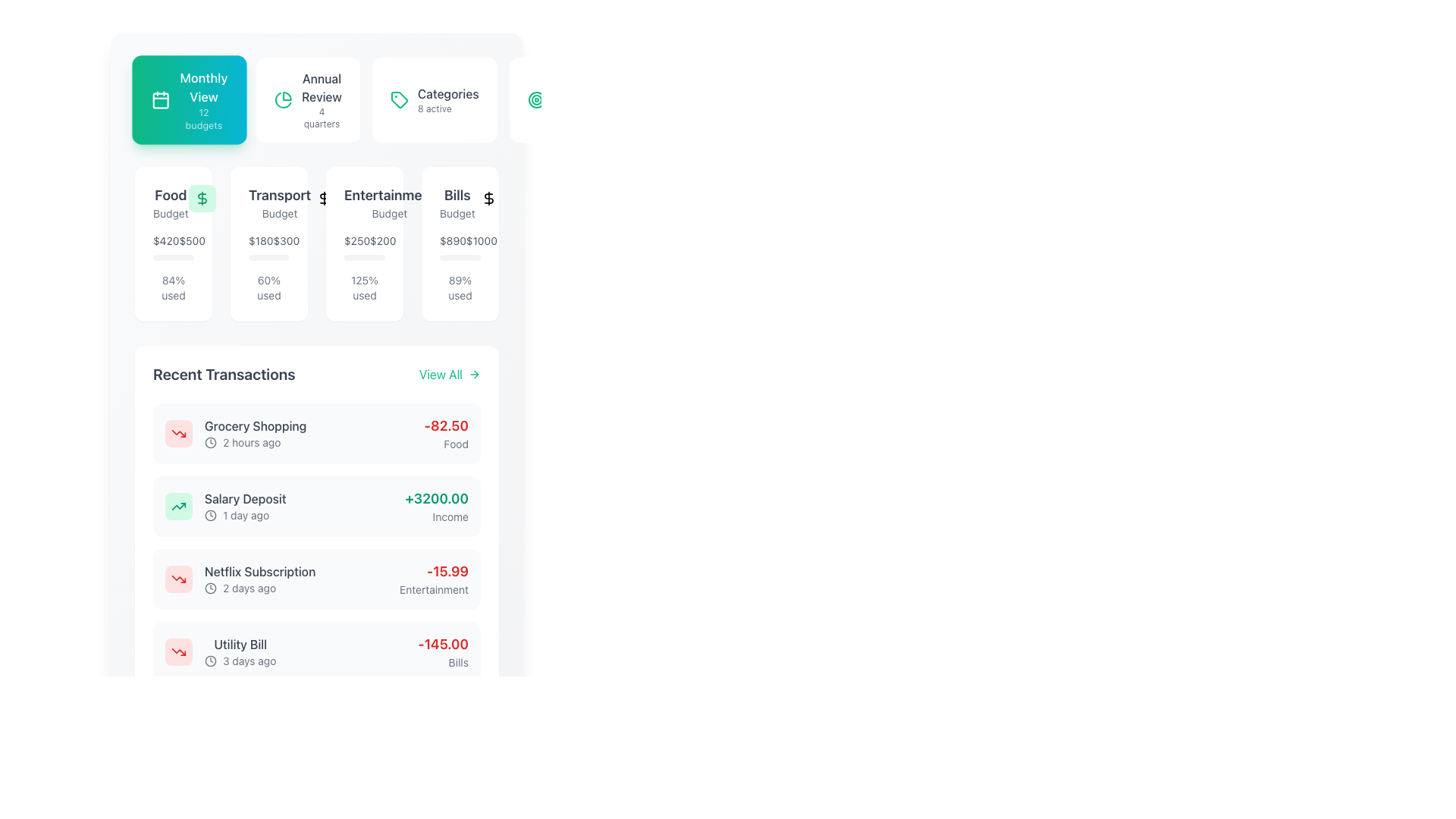  What do you see at coordinates (174, 202) in the screenshot?
I see `the 'Food' and 'Budget' text label, which is the top-left segment of the 'FoodBudget' card in the interface` at bounding box center [174, 202].